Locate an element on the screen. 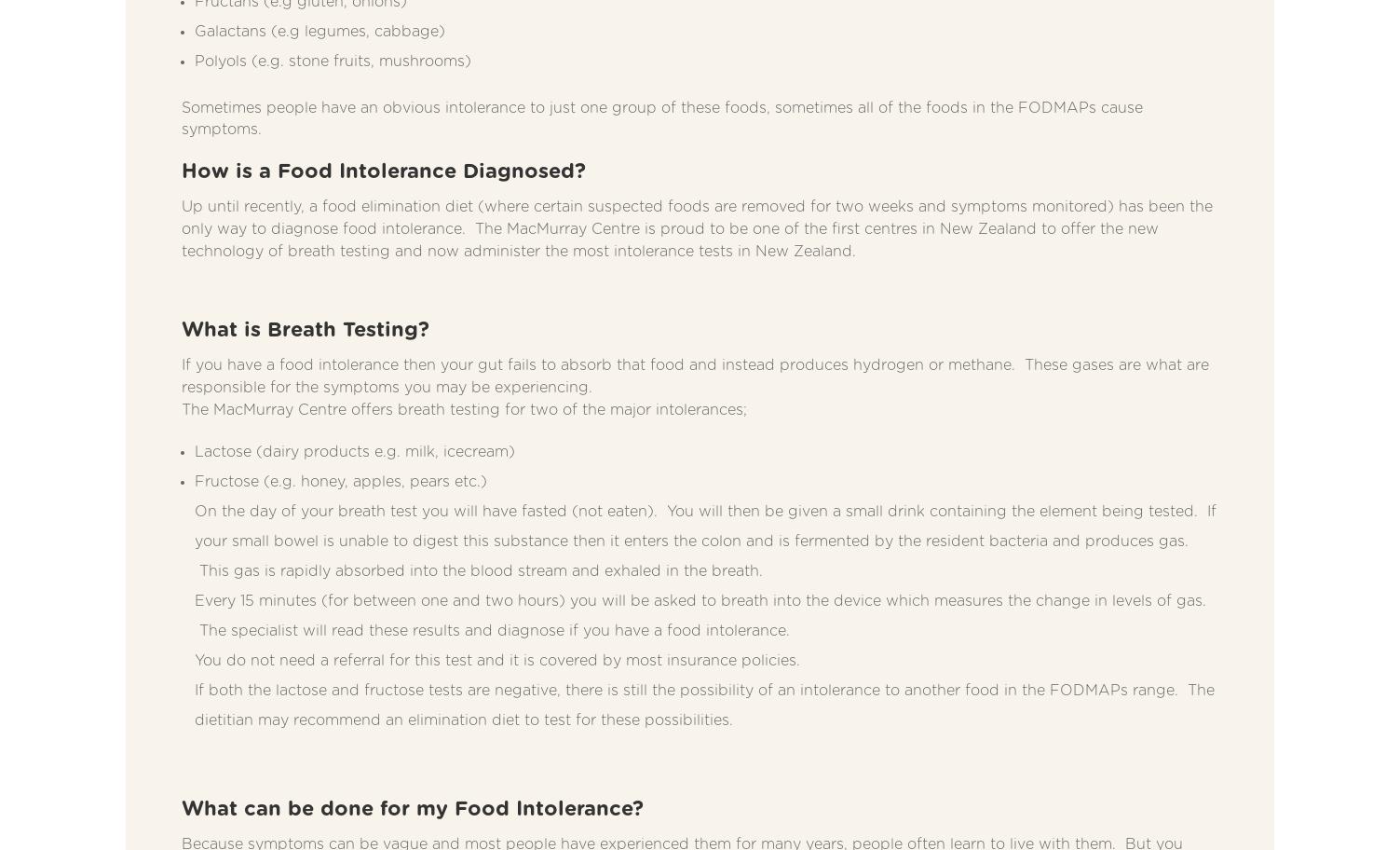 The width and height of the screenshot is (1400, 850). 'If you have a food intolerance then your gut fails to absorb that food and instead produces hydrogen or methane.  These gases are what are responsible for the symptoms you may be experiencing.' is located at coordinates (695, 377).